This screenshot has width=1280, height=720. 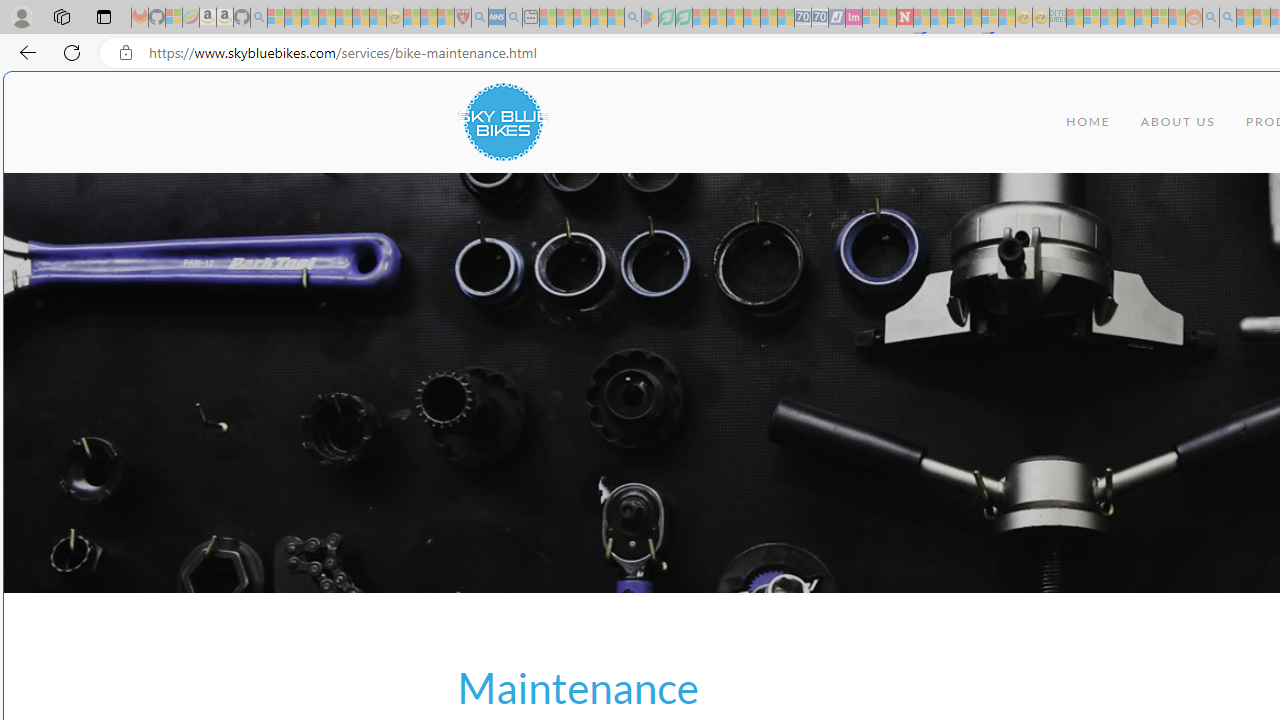 What do you see at coordinates (1178, 122) in the screenshot?
I see `'ABOUT US'` at bounding box center [1178, 122].